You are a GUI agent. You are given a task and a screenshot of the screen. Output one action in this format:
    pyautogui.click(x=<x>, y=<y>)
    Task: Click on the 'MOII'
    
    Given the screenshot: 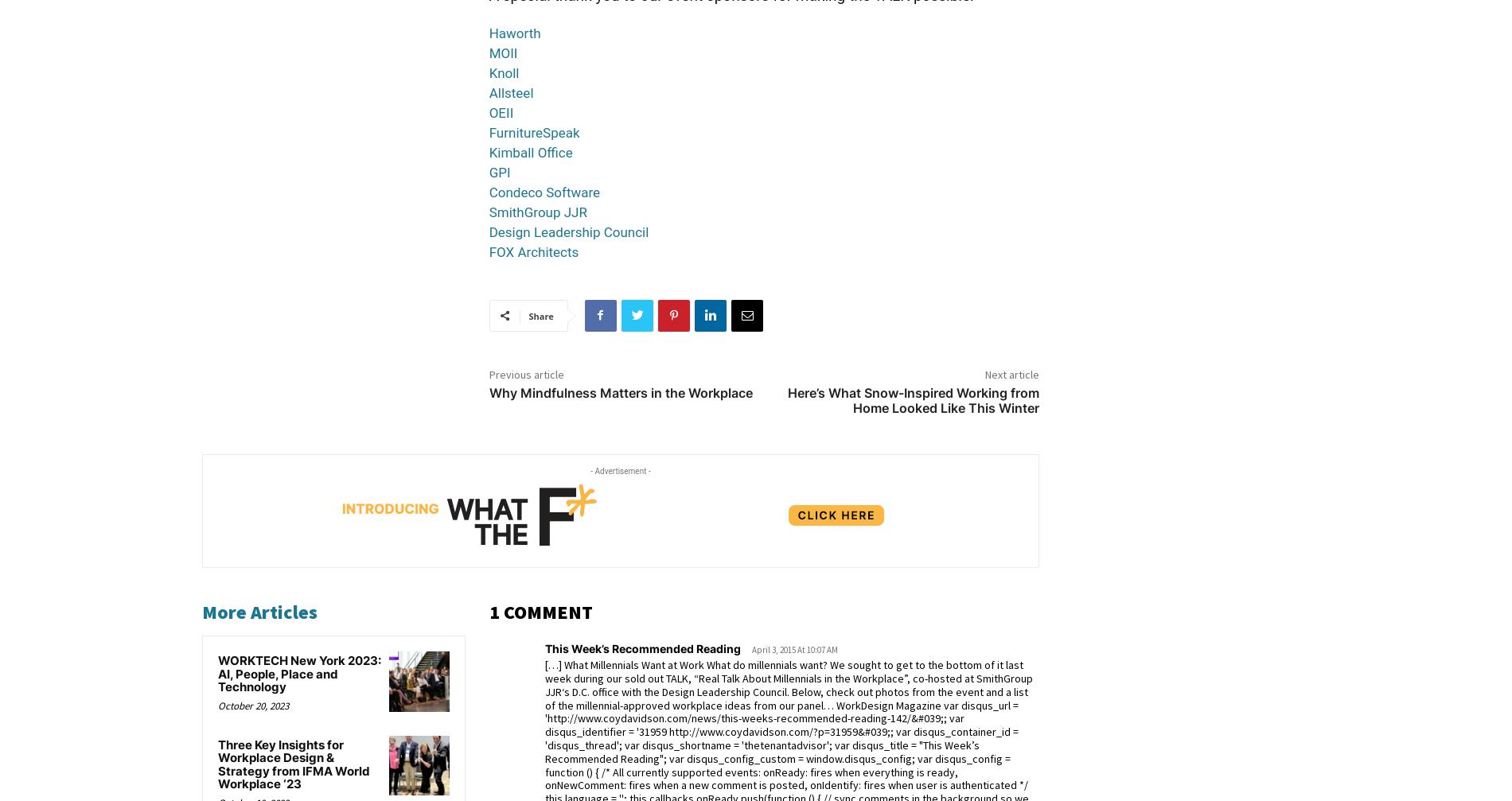 What is the action you would take?
    pyautogui.click(x=502, y=52)
    